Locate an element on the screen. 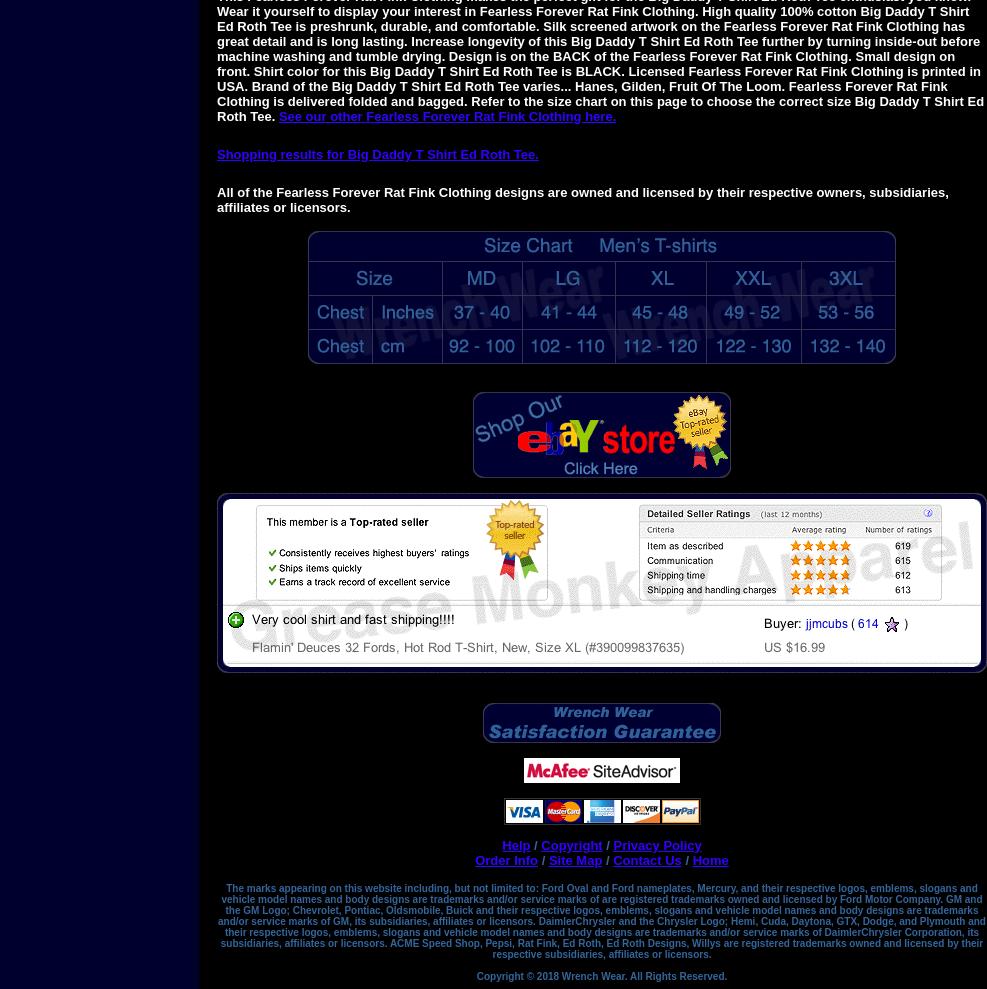  'Order Info' is located at coordinates (474, 860).